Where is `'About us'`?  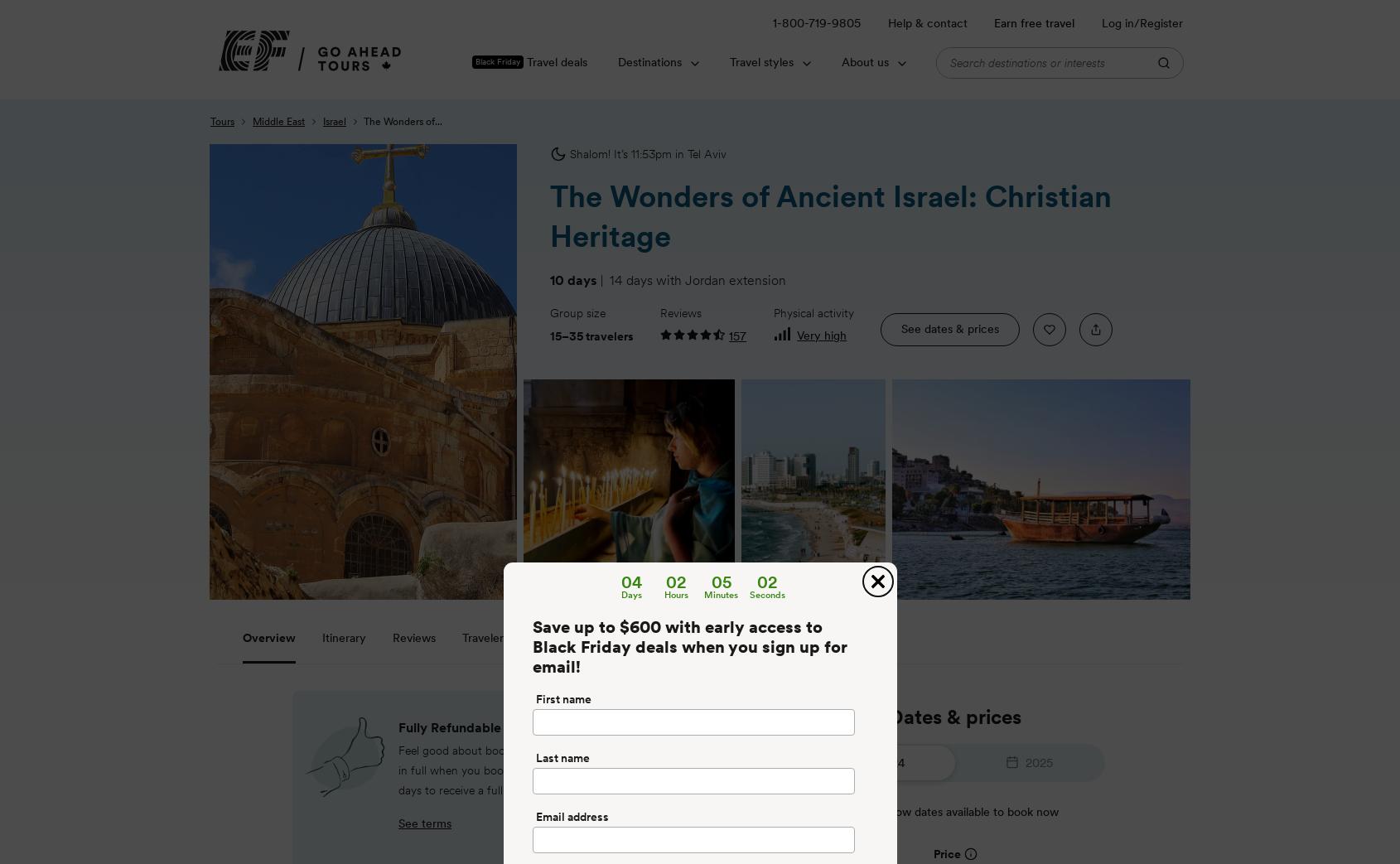 'About us' is located at coordinates (863, 60).